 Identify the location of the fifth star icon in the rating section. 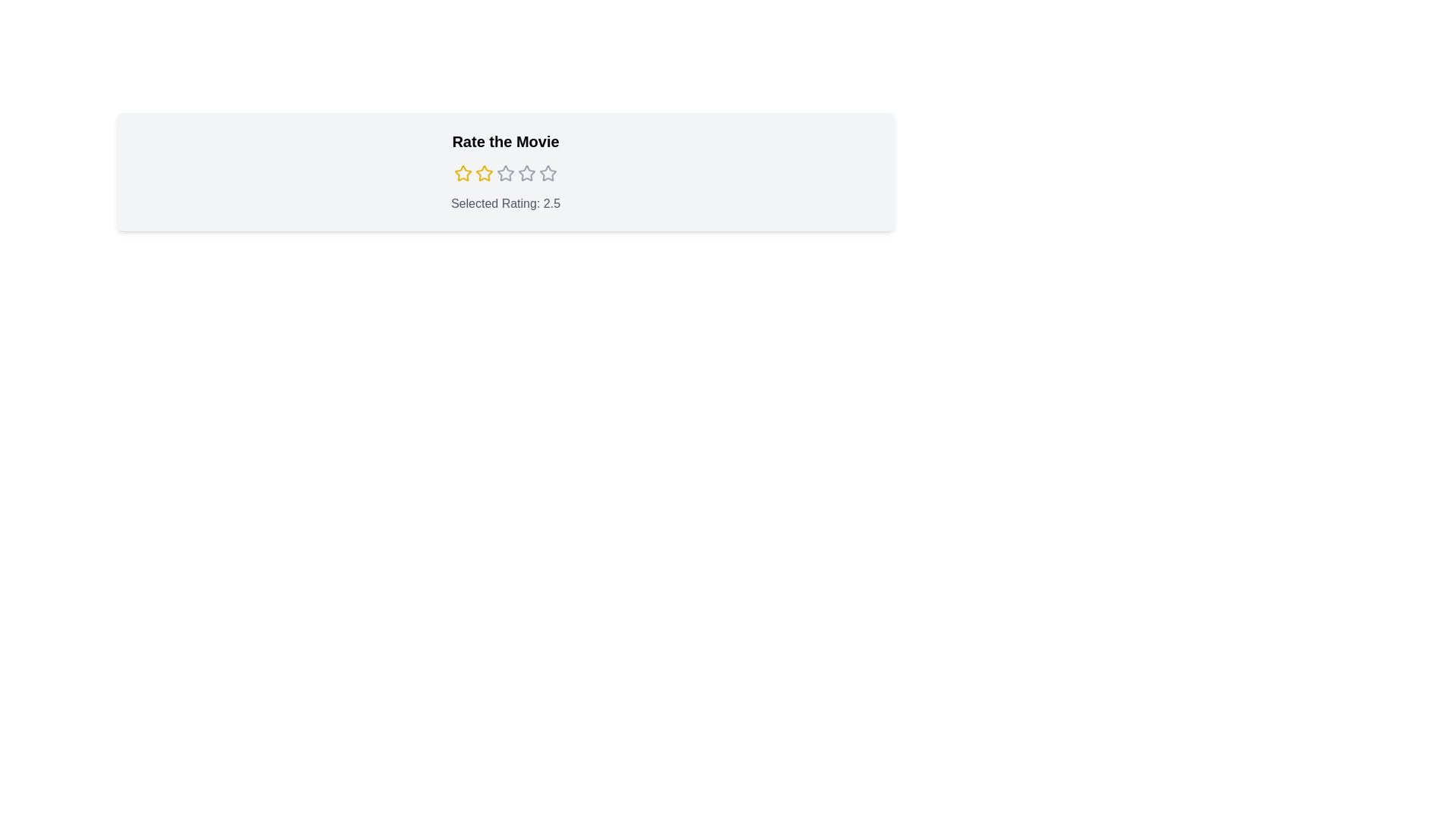
(548, 172).